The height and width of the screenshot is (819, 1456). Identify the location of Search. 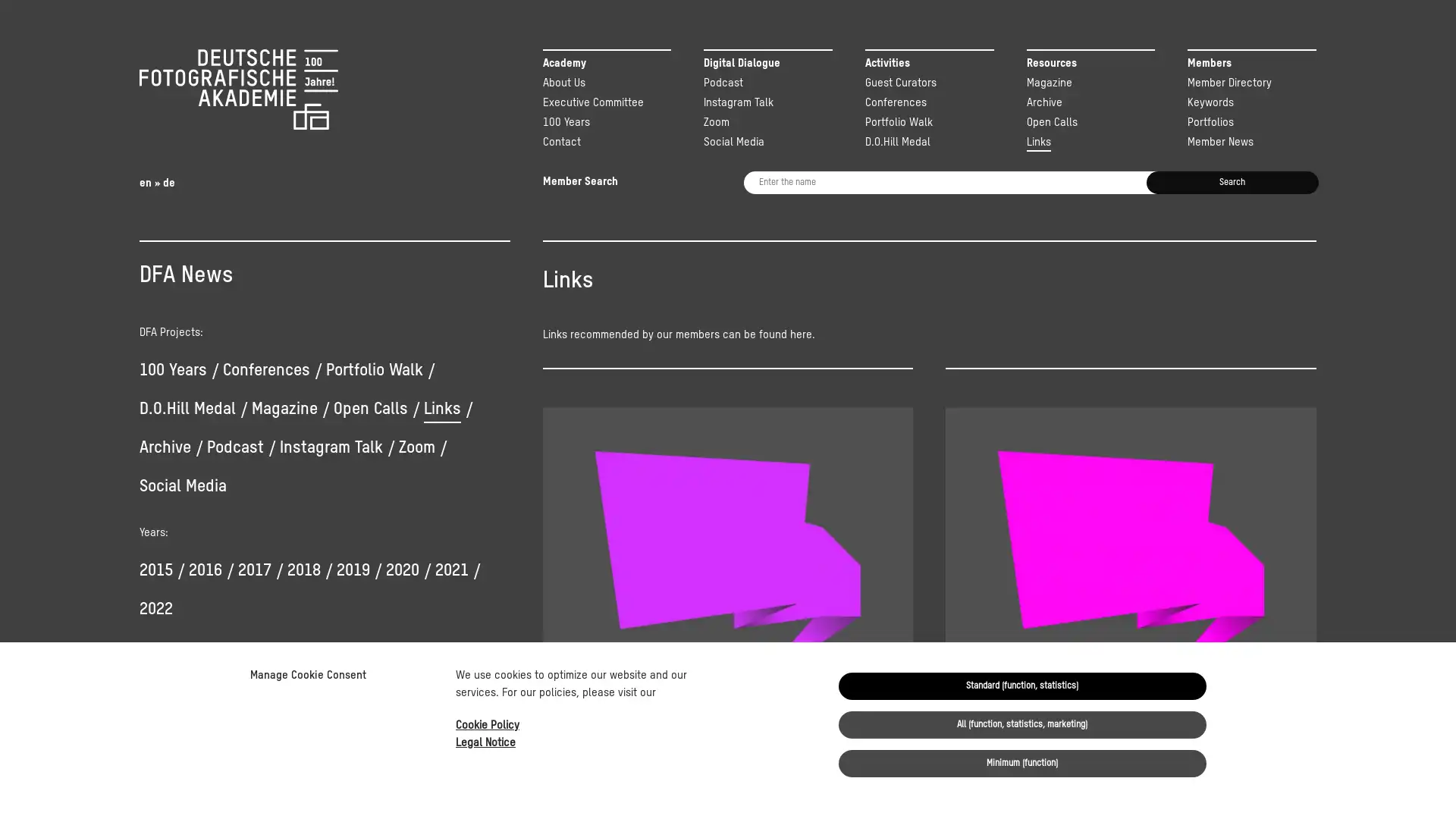
(1232, 181).